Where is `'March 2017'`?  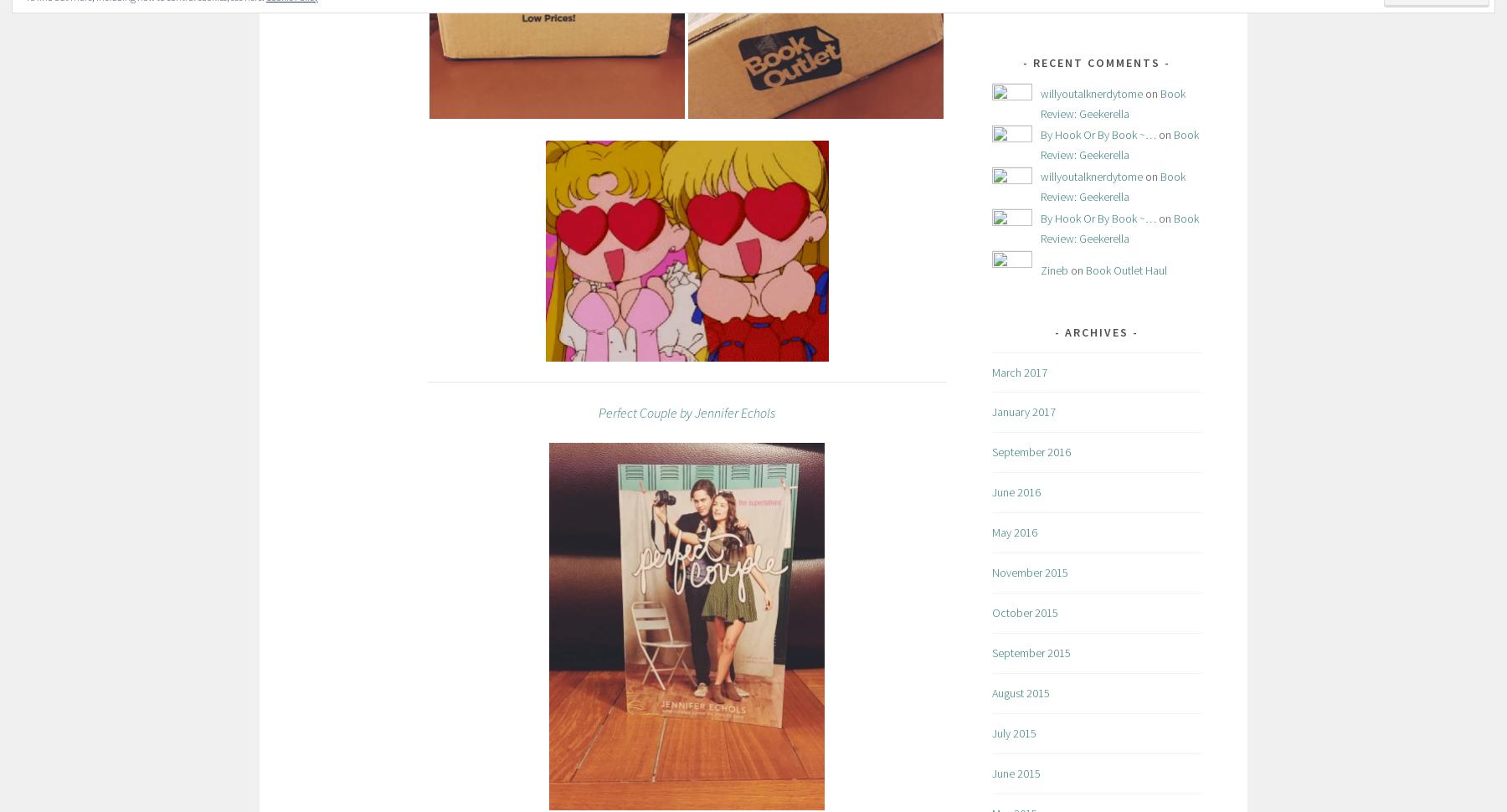 'March 2017' is located at coordinates (1019, 370).